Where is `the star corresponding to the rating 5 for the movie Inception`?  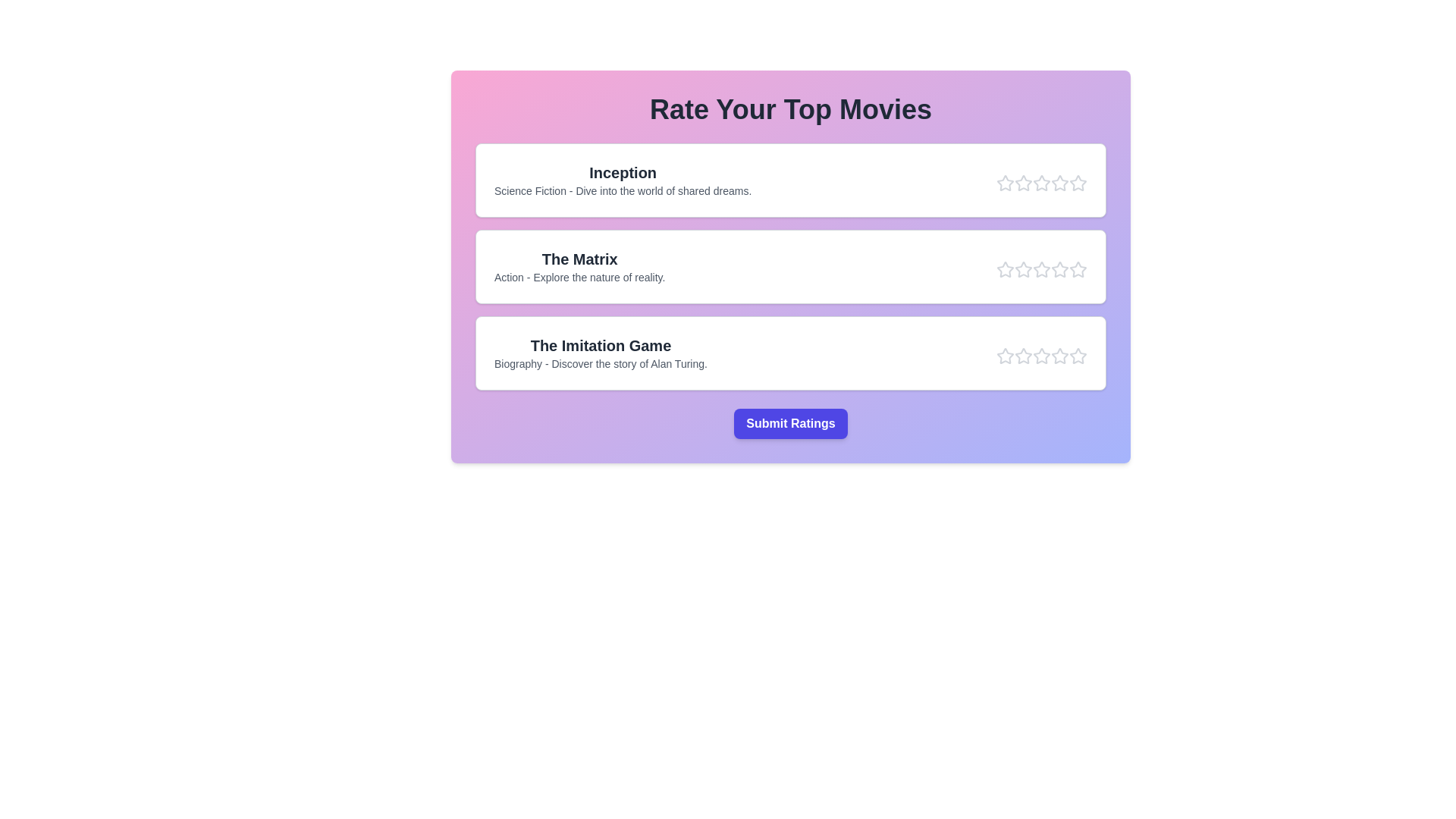 the star corresponding to the rating 5 for the movie Inception is located at coordinates (1077, 183).